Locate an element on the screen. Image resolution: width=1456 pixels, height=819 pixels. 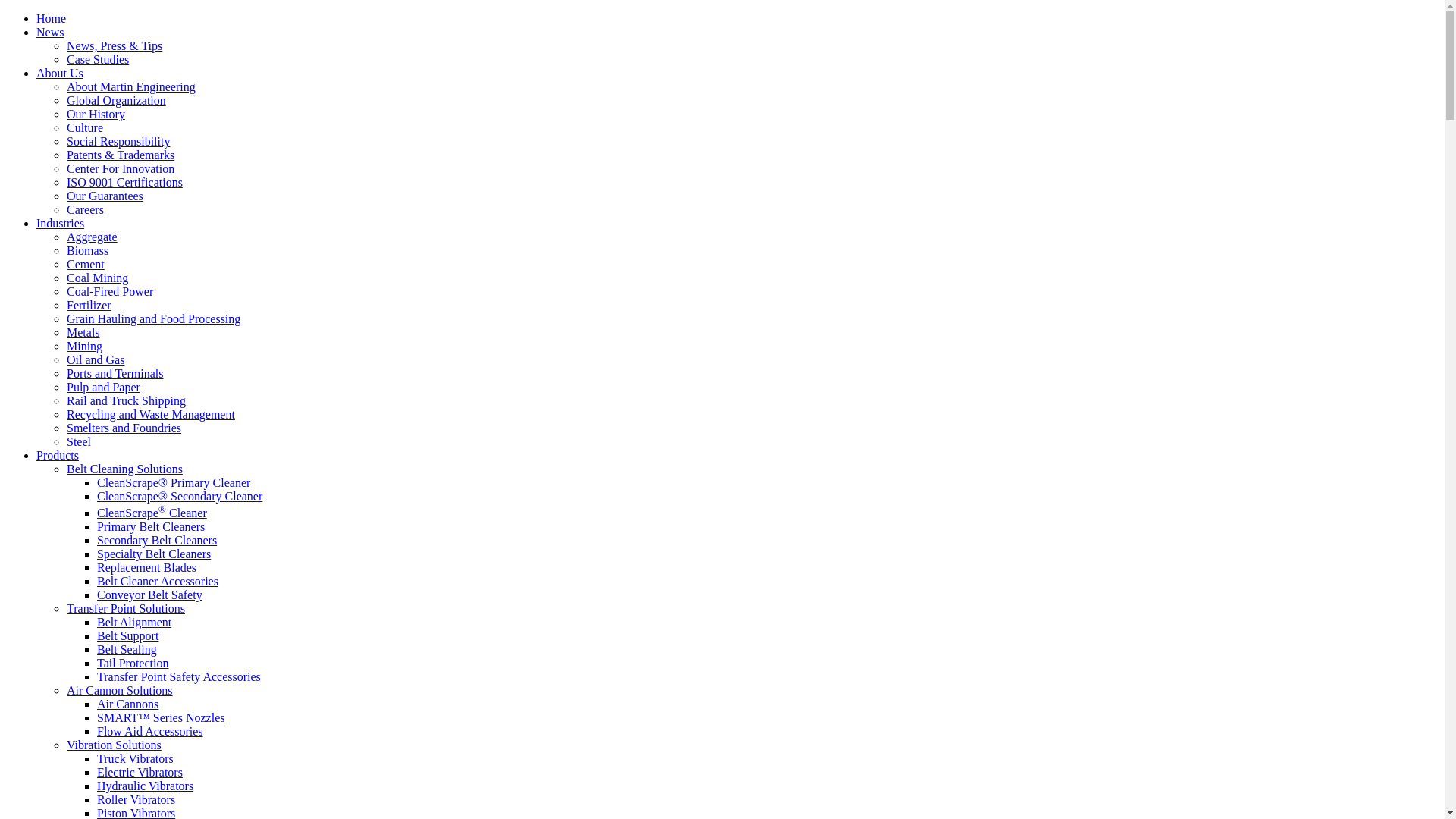
'Belt Cleaner Accessories' is located at coordinates (157, 580).